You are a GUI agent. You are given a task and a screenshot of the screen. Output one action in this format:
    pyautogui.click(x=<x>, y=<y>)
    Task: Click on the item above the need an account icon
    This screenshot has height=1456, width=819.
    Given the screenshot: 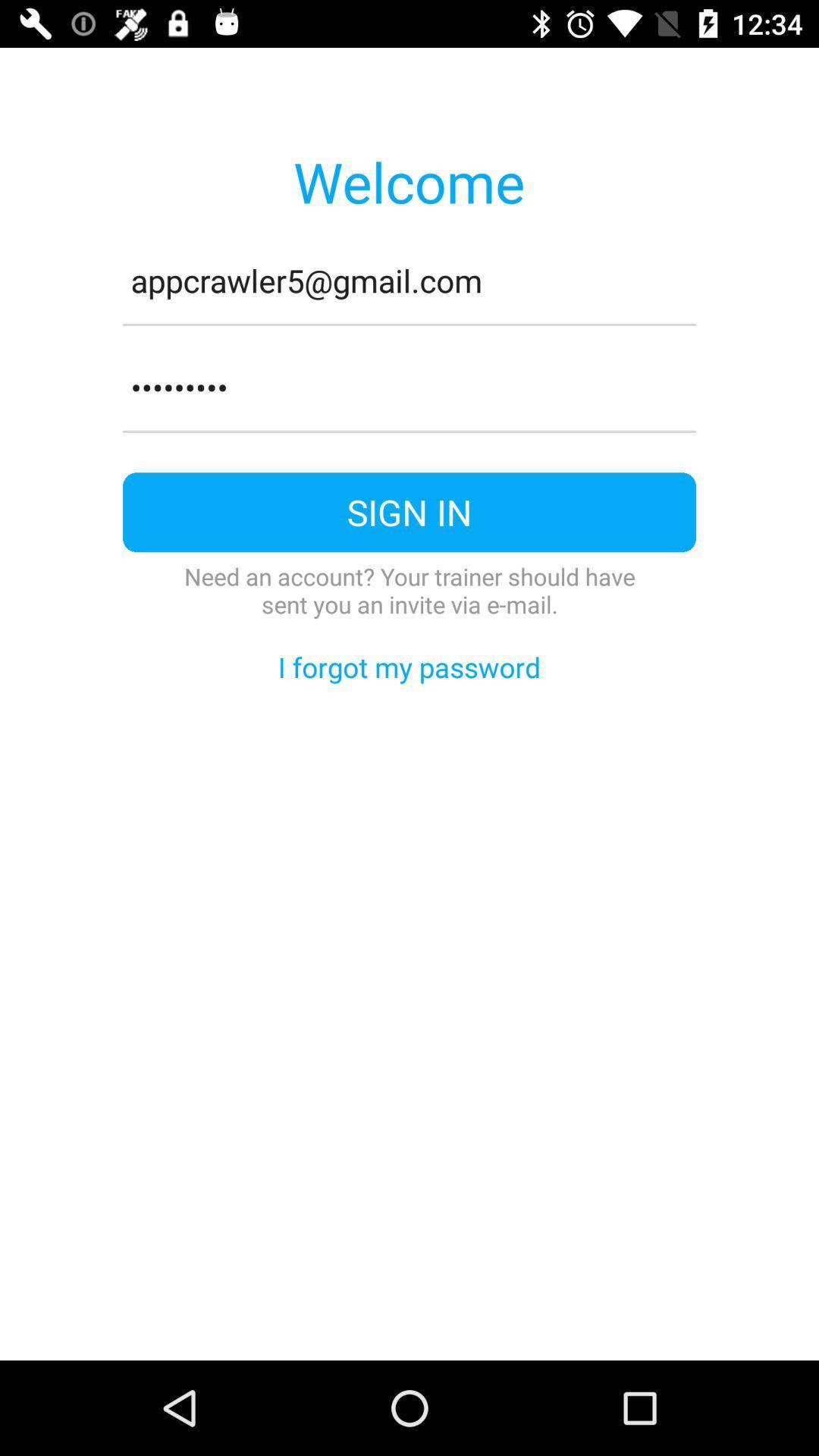 What is the action you would take?
    pyautogui.click(x=409, y=512)
    